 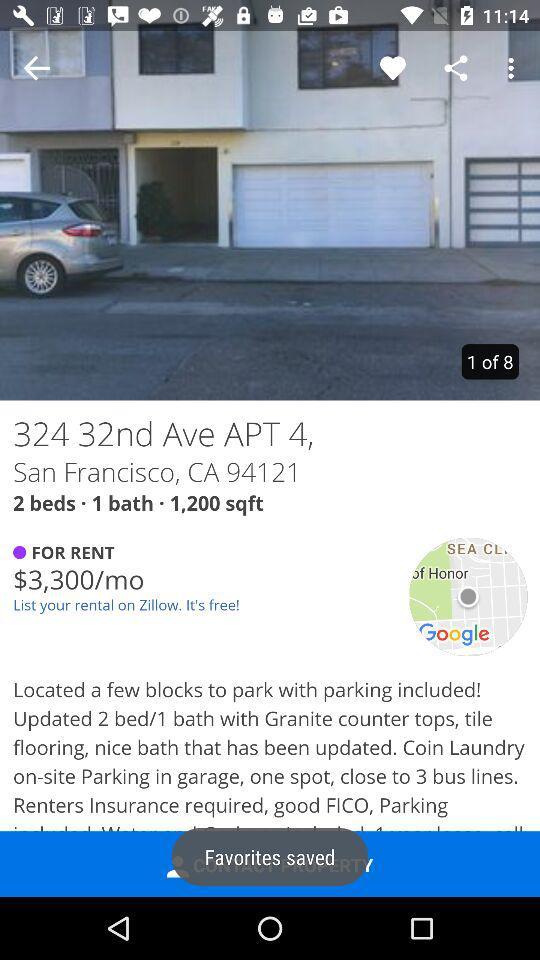 What do you see at coordinates (456, 68) in the screenshot?
I see `the icon beside heart symbol` at bounding box center [456, 68].